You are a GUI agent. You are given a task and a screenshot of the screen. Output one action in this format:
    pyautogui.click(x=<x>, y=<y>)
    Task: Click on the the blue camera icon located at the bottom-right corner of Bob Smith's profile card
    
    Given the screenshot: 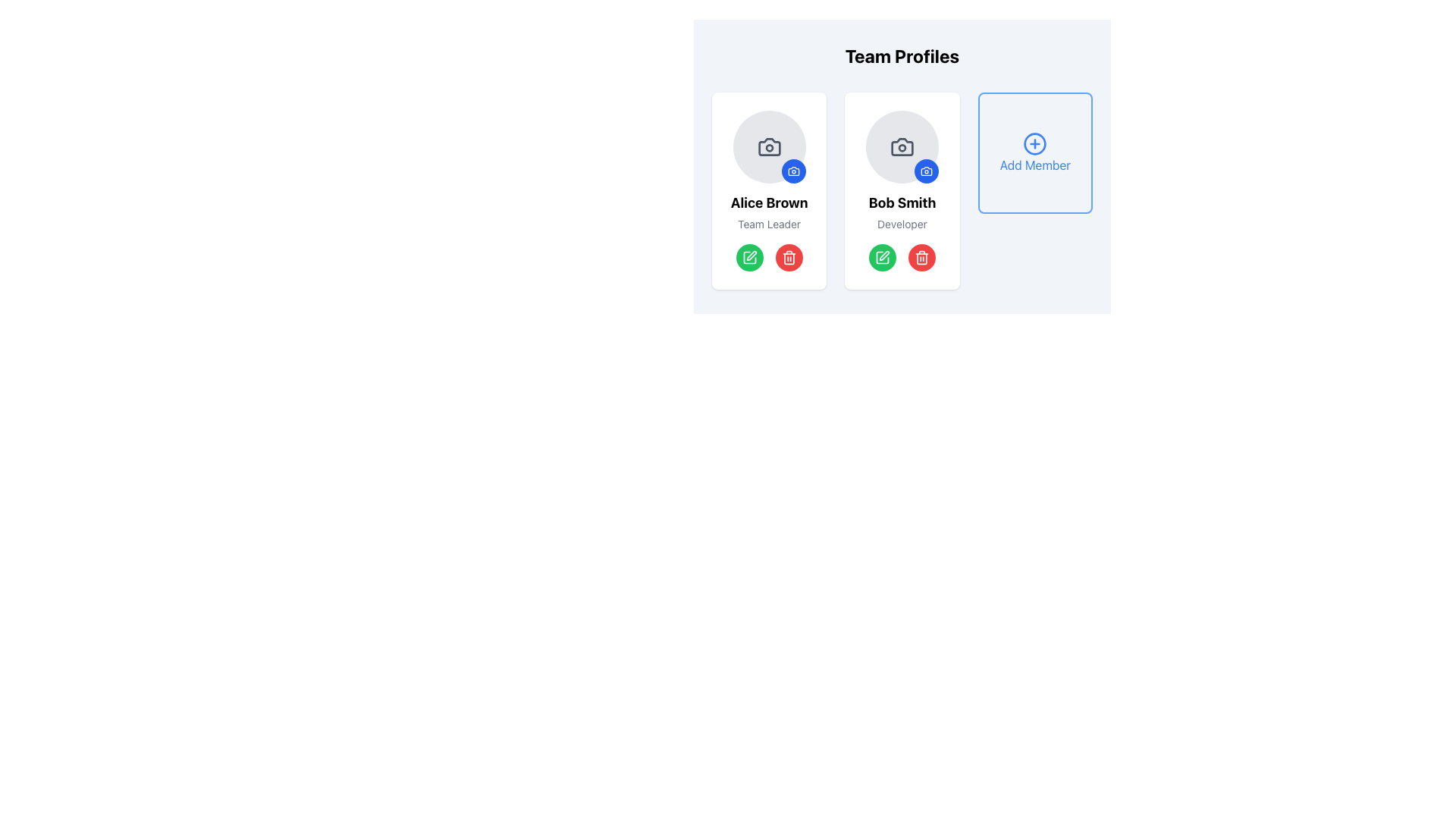 What is the action you would take?
    pyautogui.click(x=925, y=171)
    